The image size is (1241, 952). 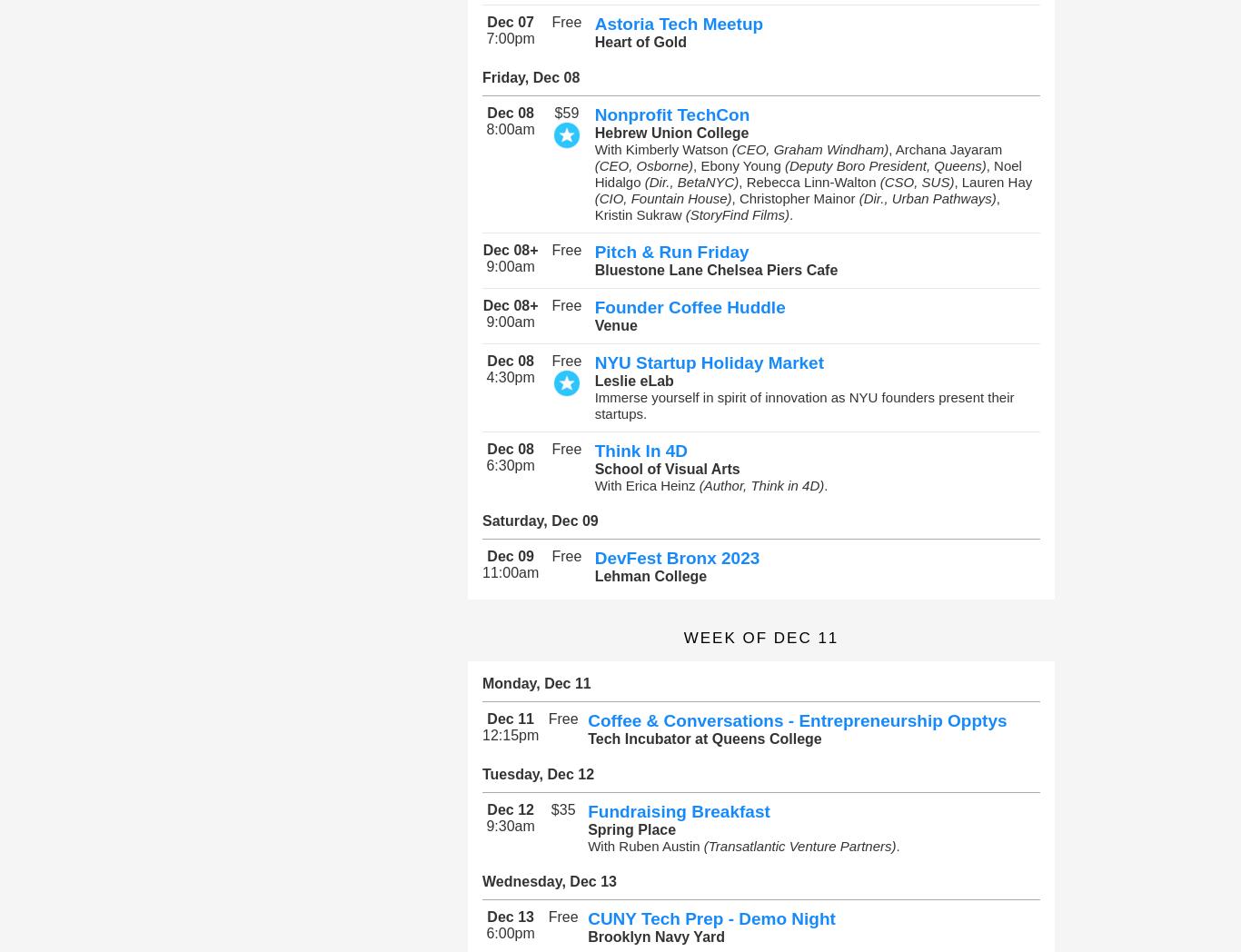 What do you see at coordinates (656, 937) in the screenshot?
I see `'Brooklyn Navy Yard'` at bounding box center [656, 937].